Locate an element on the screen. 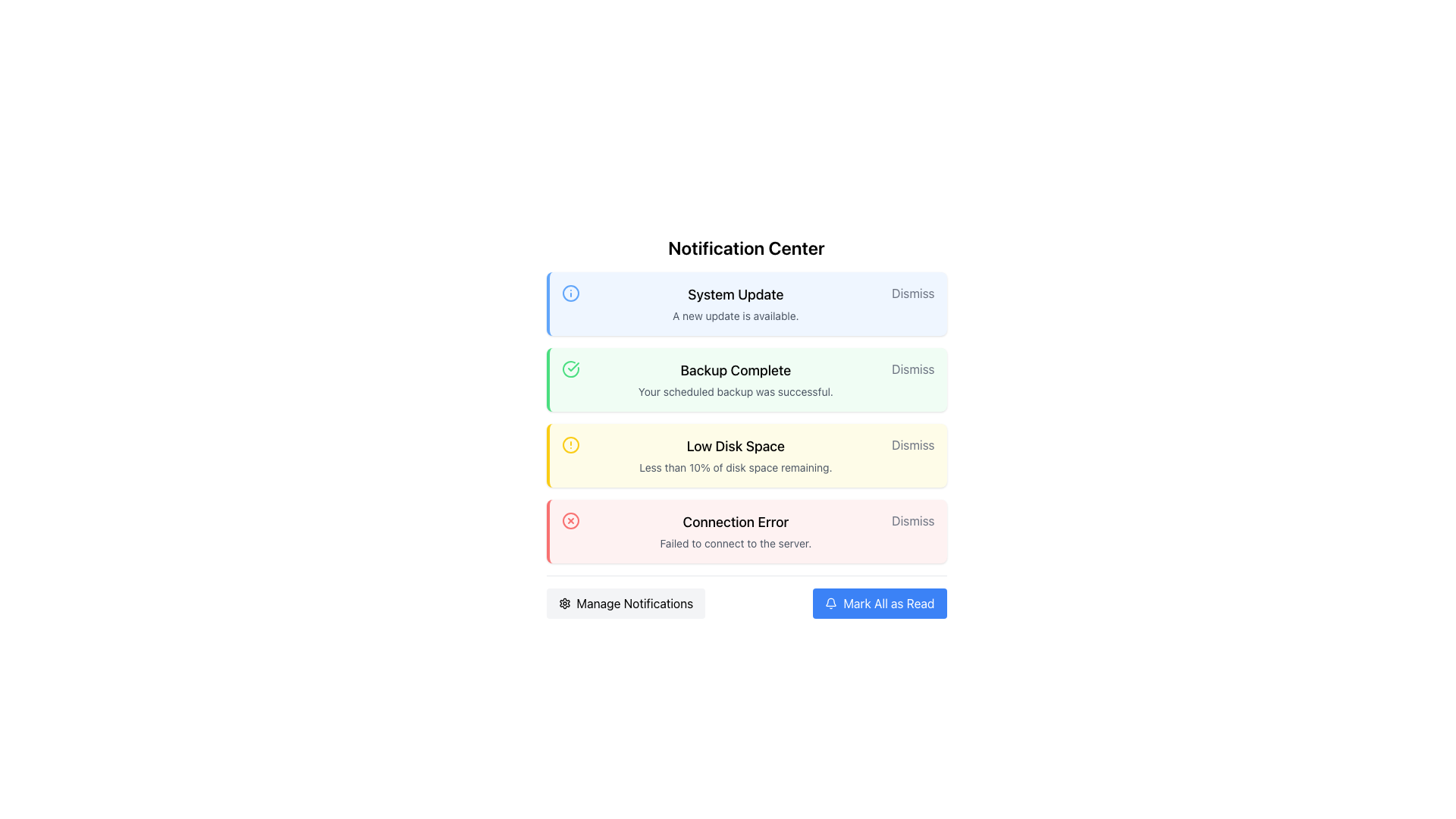 This screenshot has width=1456, height=819. the red circular icon with a white fill and thick red border located in the 'Connection Error' notification card on the left side is located at coordinates (570, 519).